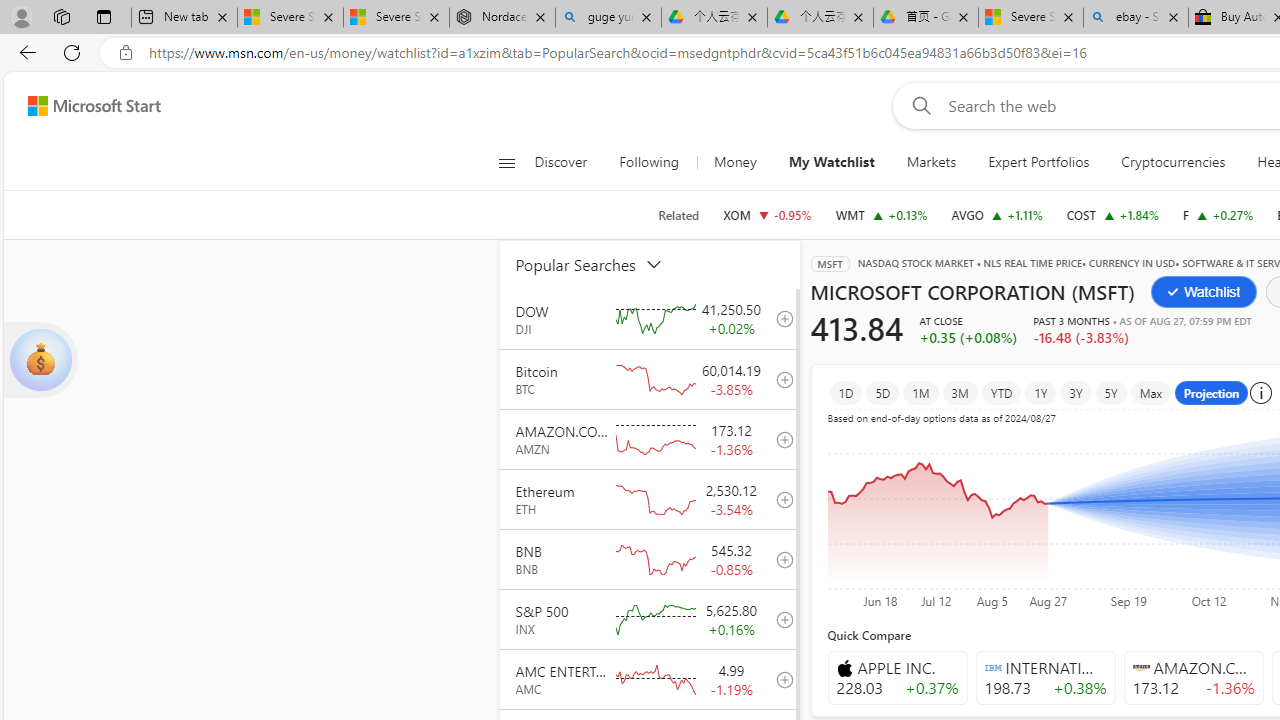 This screenshot has width=1280, height=720. What do you see at coordinates (21, 16) in the screenshot?
I see `'Personal Profile'` at bounding box center [21, 16].